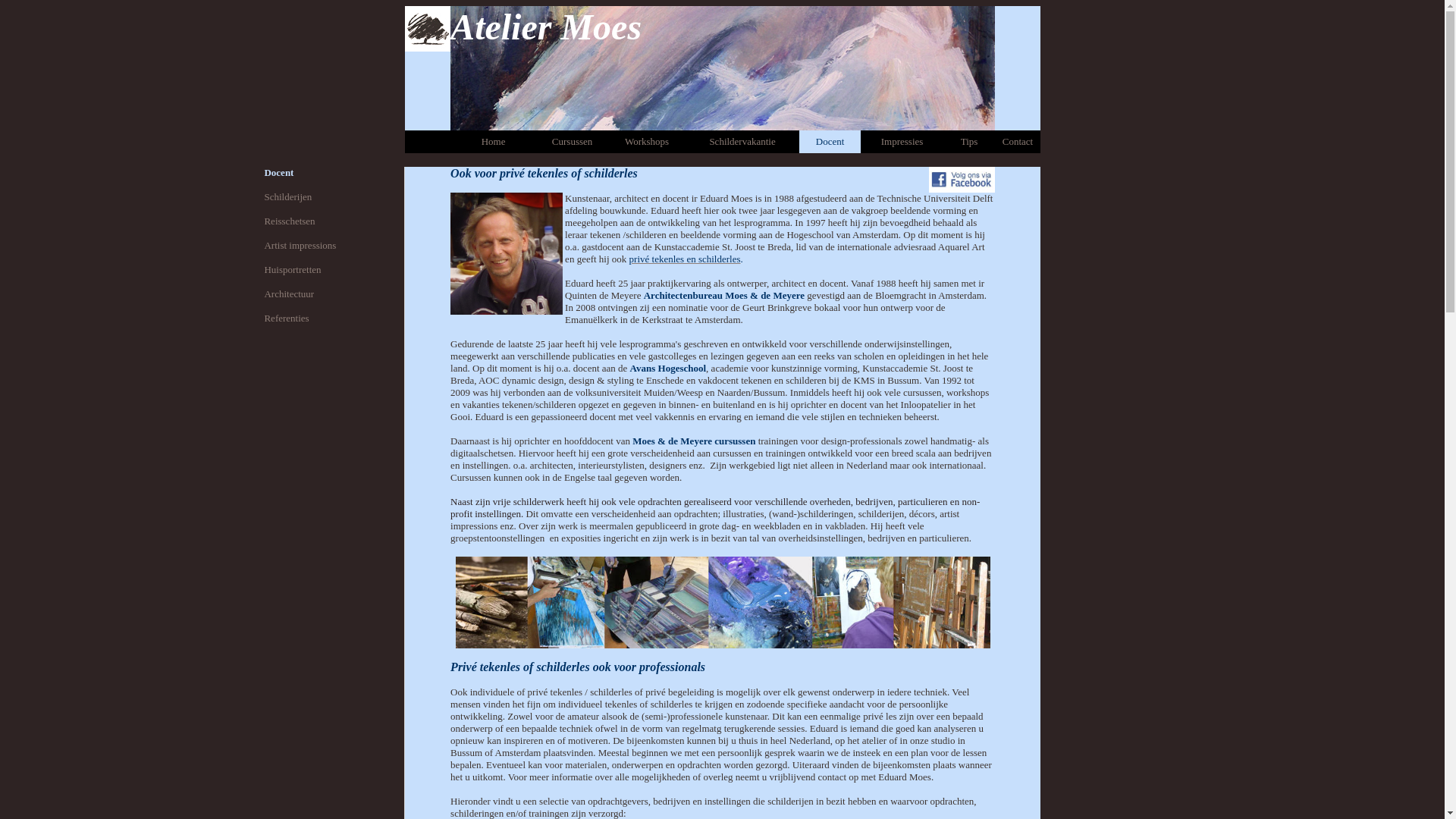  What do you see at coordinates (1018, 141) in the screenshot?
I see `'Contact'` at bounding box center [1018, 141].